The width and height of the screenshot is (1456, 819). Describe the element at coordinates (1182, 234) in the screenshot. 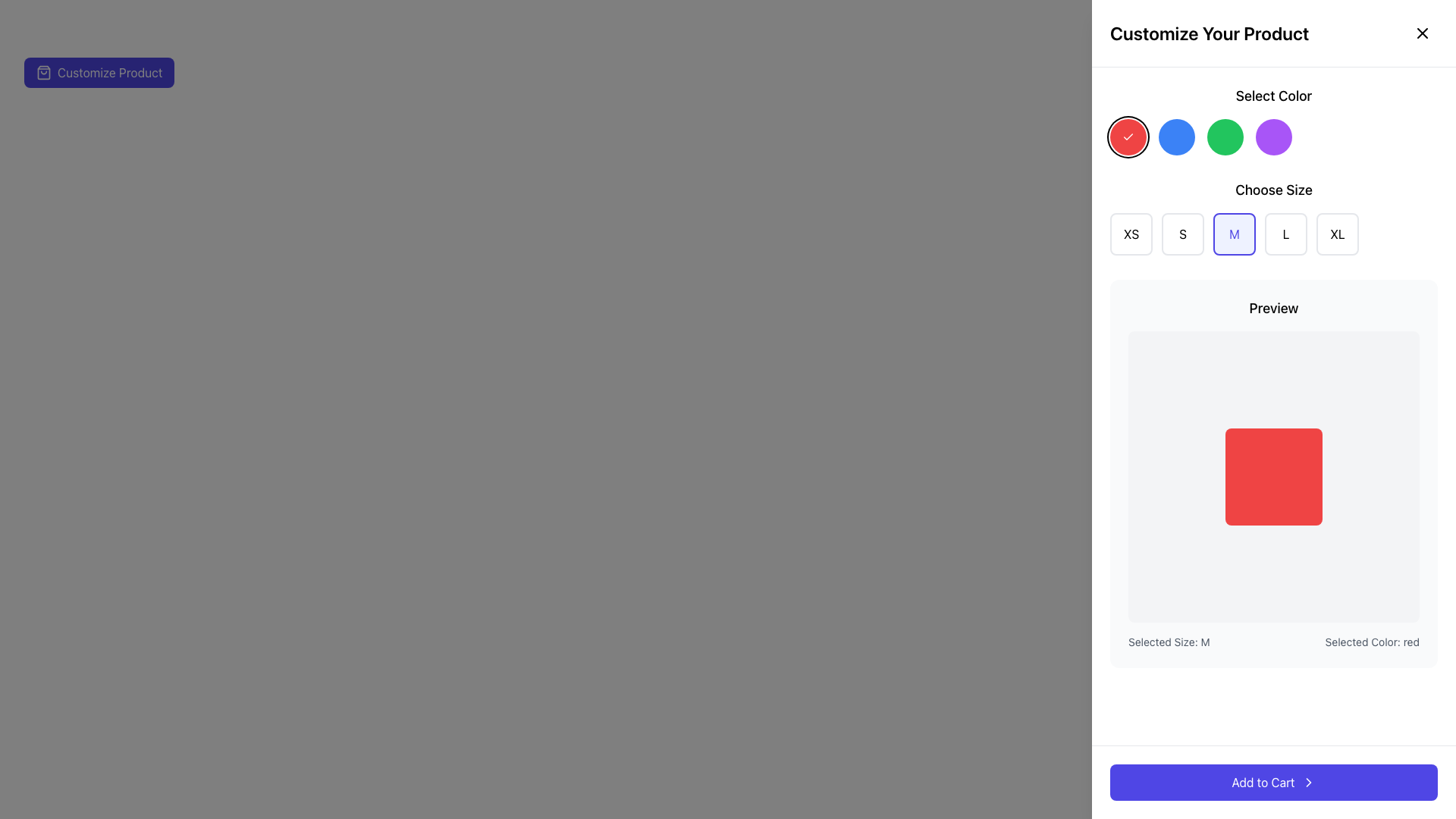

I see `the square button with rounded corners labeled 'S'` at that location.